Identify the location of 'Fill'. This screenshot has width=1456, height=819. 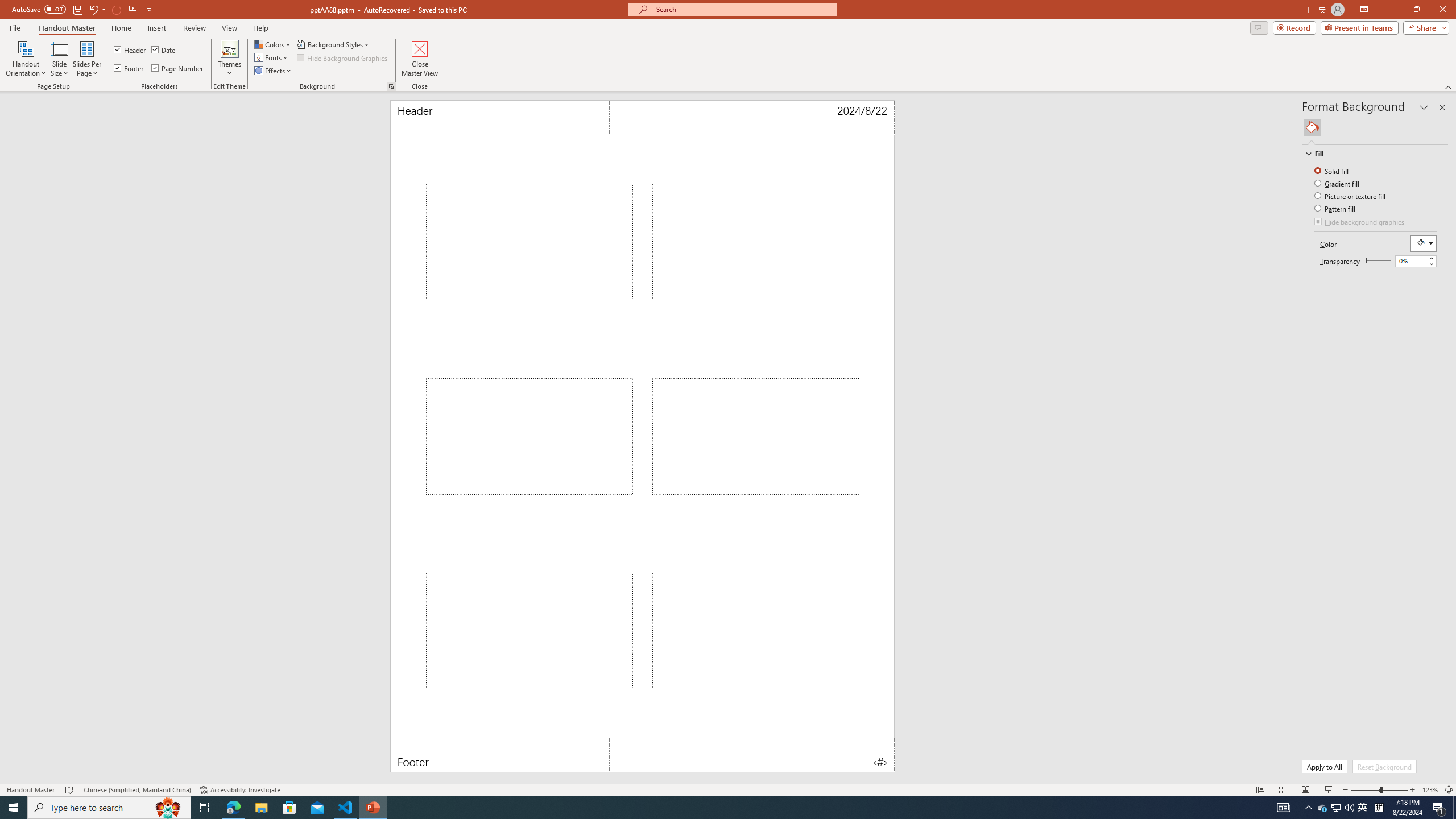
(1370, 153).